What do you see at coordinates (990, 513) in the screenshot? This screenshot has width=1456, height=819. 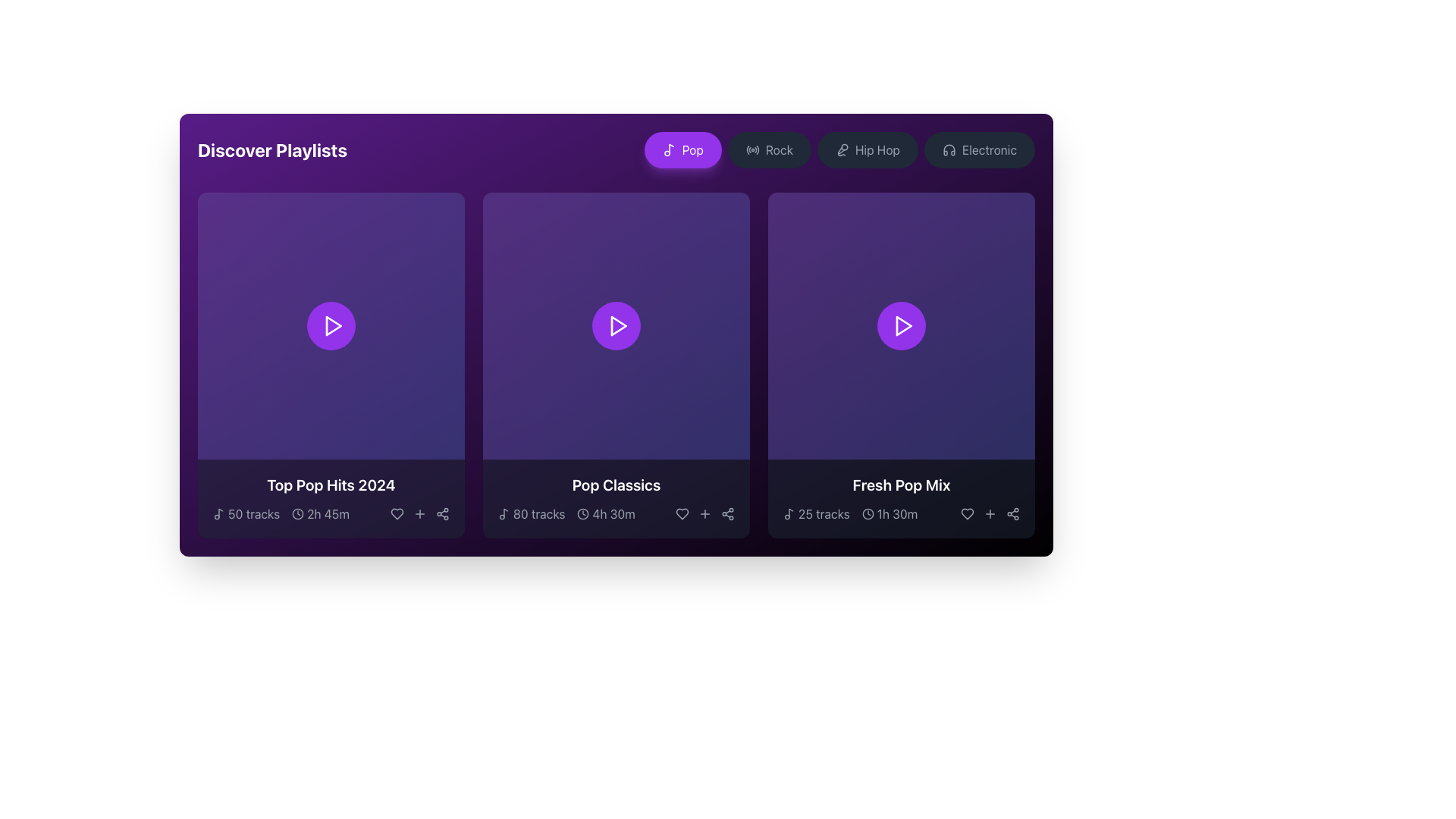 I see `the plus symbol button located at the bottom-right of the 'Fresh Pop Mix' card` at bounding box center [990, 513].